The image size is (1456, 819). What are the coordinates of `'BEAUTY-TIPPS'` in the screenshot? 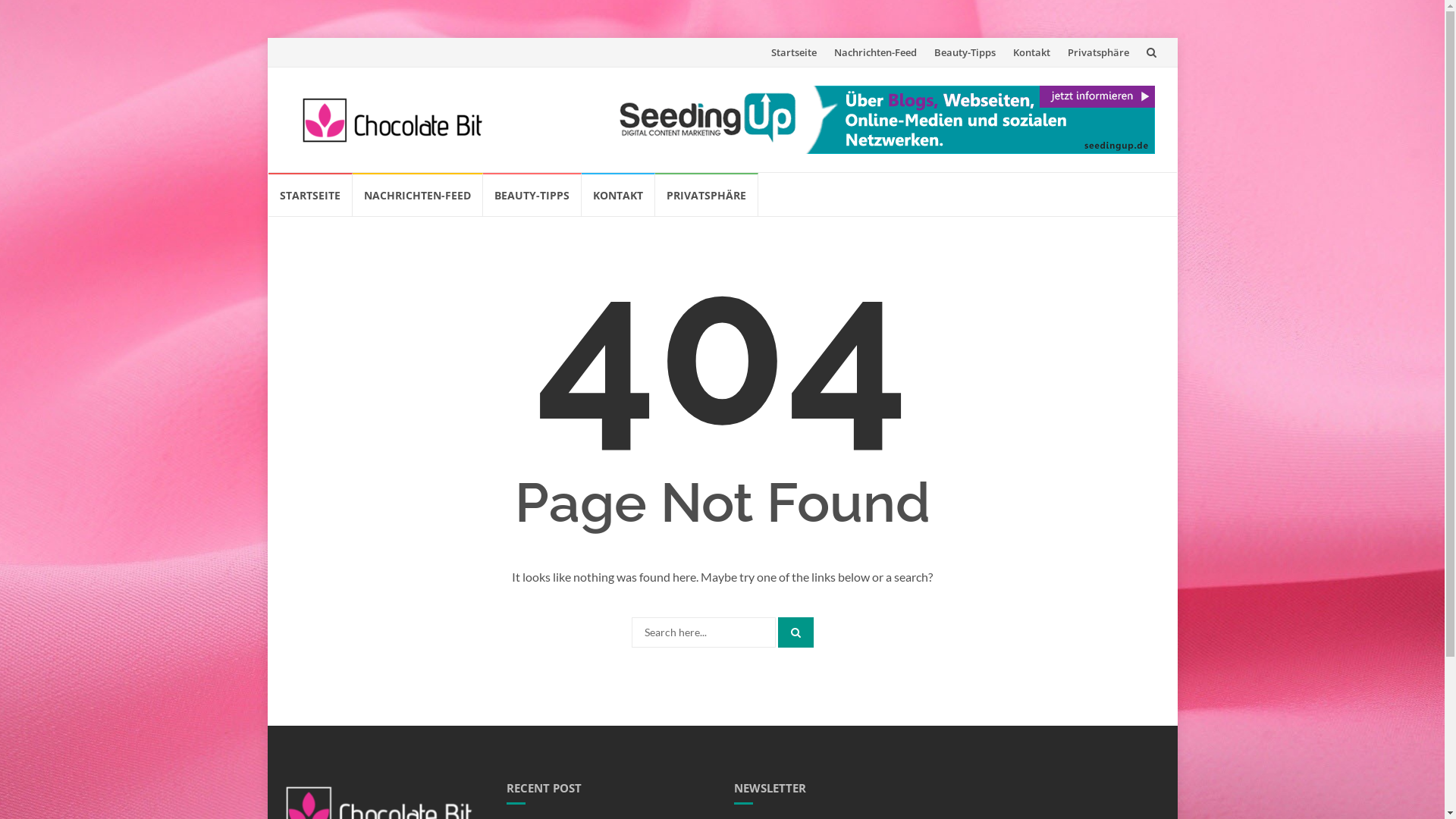 It's located at (531, 193).